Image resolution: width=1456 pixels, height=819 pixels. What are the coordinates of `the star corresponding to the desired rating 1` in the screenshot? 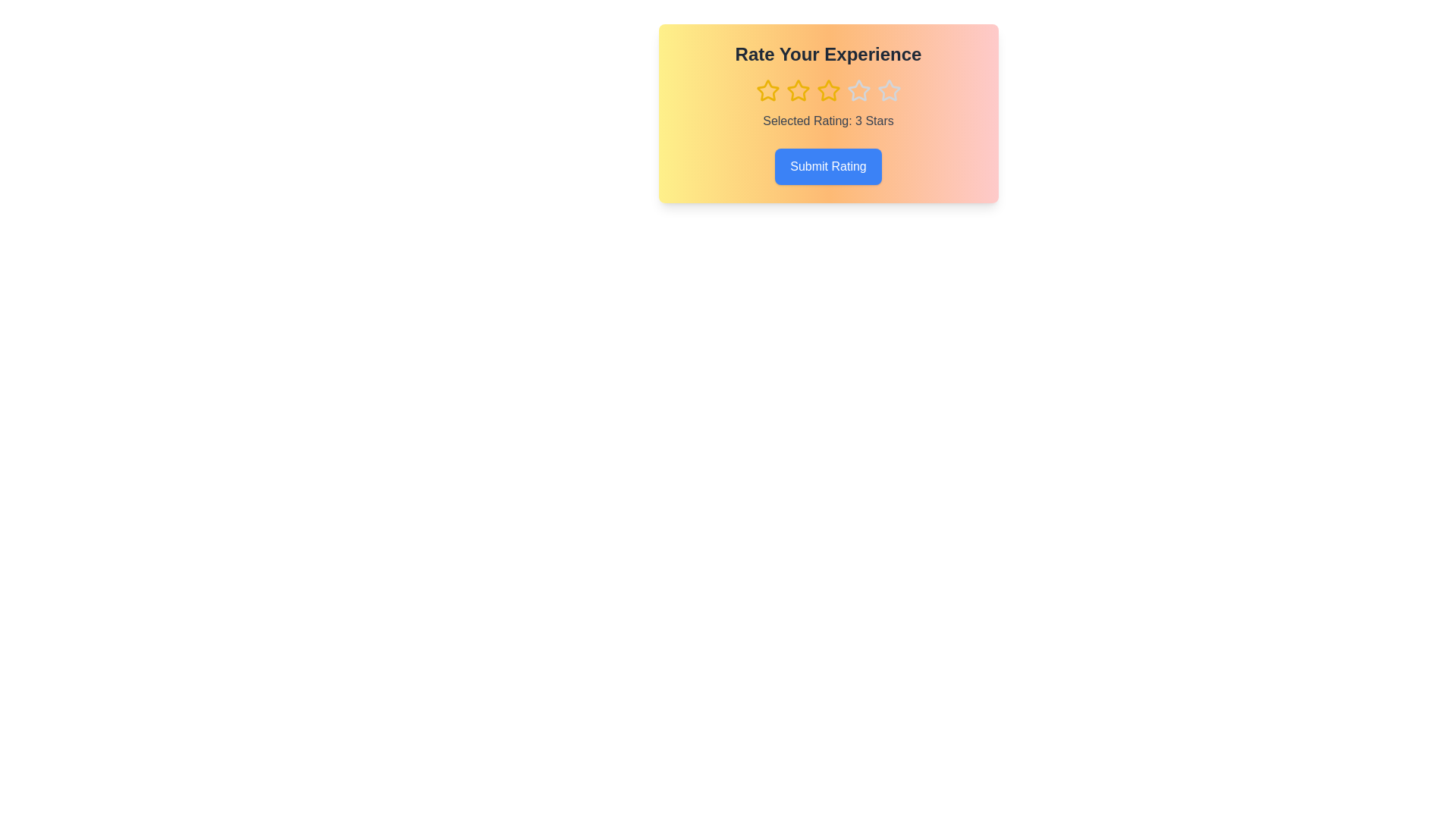 It's located at (767, 90).